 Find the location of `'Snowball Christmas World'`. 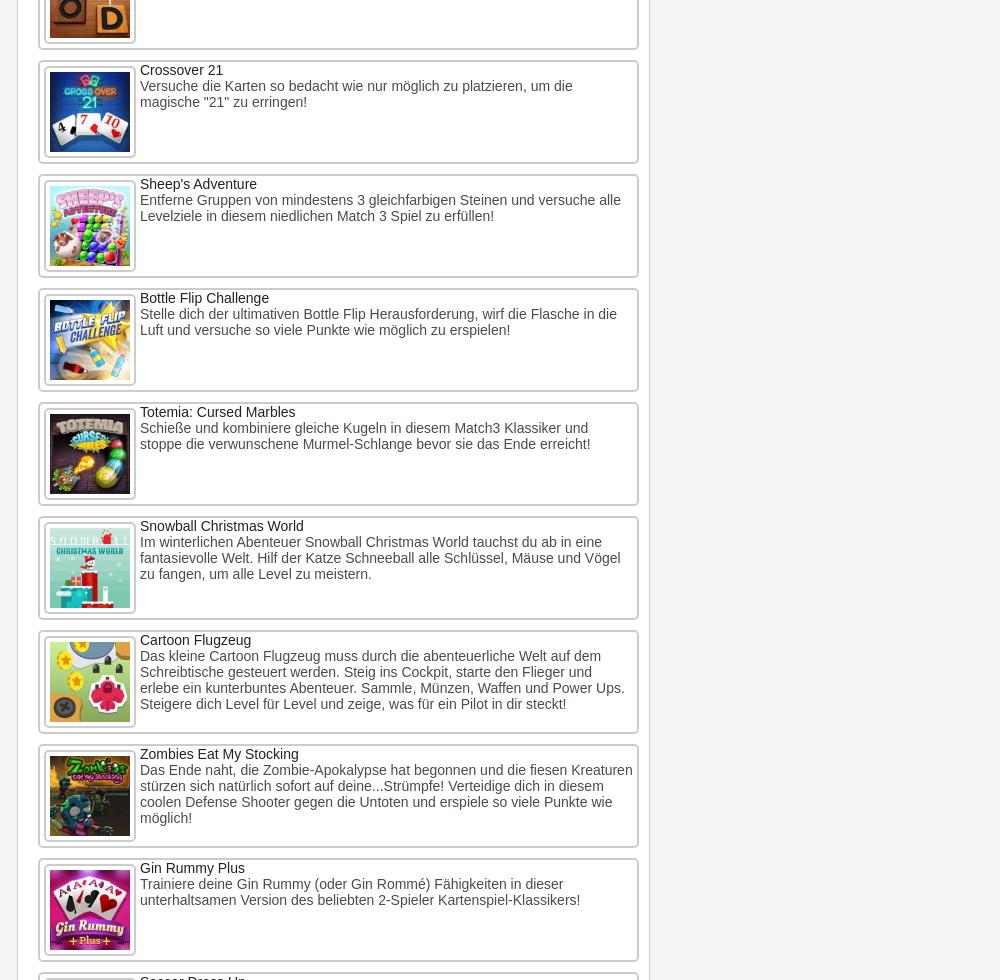

'Snowball Christmas World' is located at coordinates (220, 525).